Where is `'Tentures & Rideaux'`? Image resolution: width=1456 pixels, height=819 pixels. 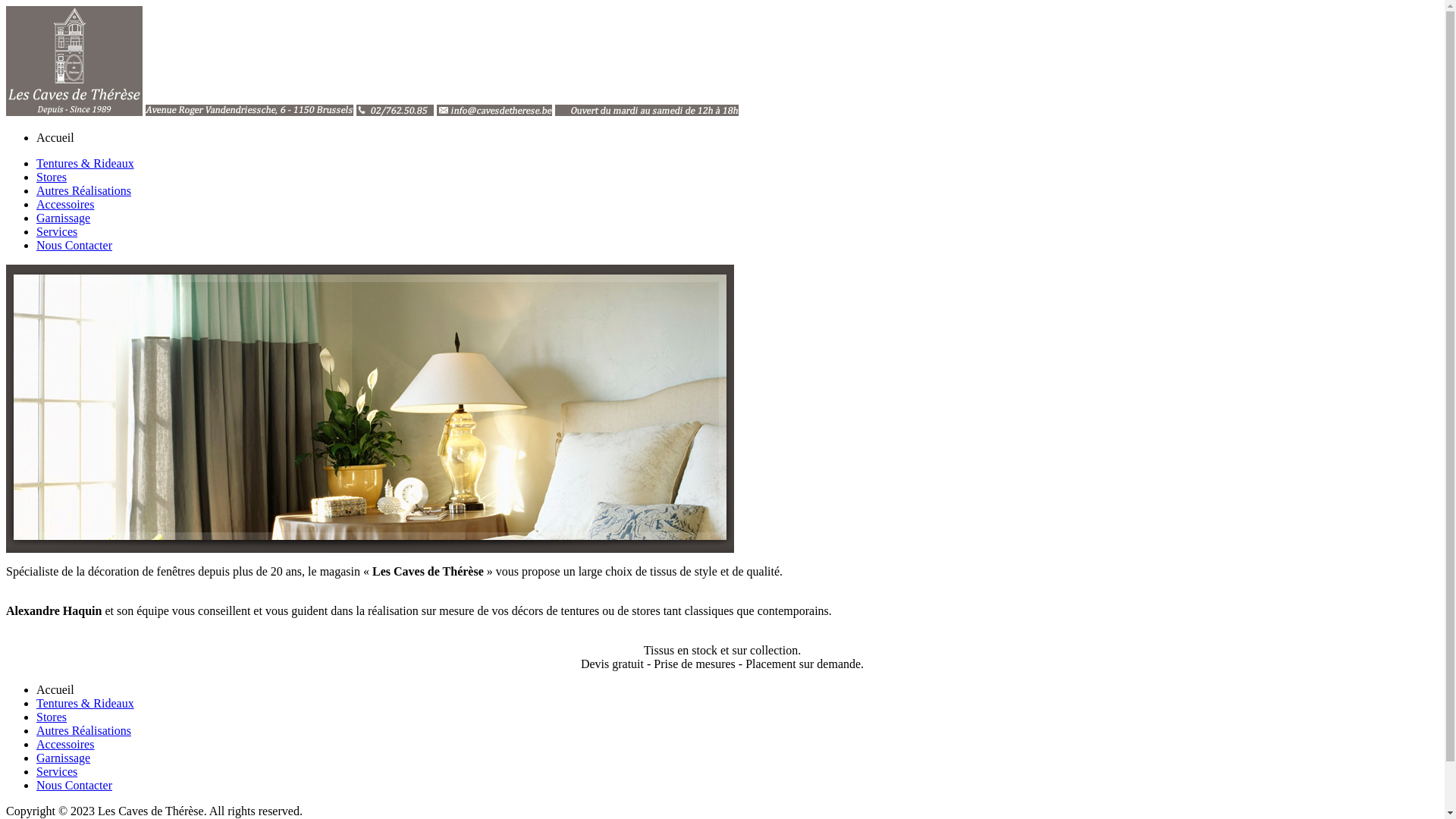
'Tentures & Rideaux' is located at coordinates (84, 163).